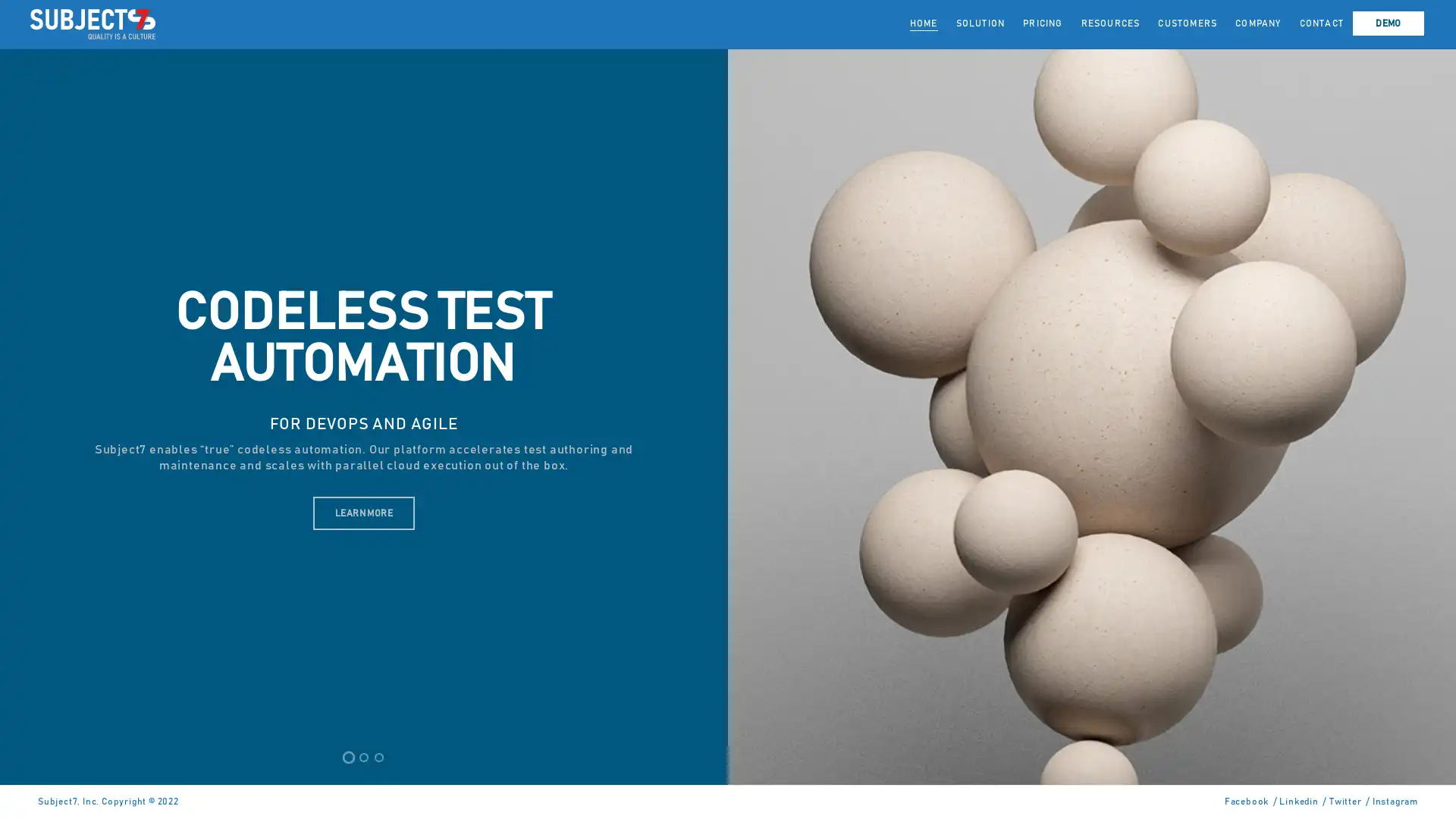 The image size is (1456, 819). What do you see at coordinates (364, 748) in the screenshot?
I see `Go to slide 2` at bounding box center [364, 748].